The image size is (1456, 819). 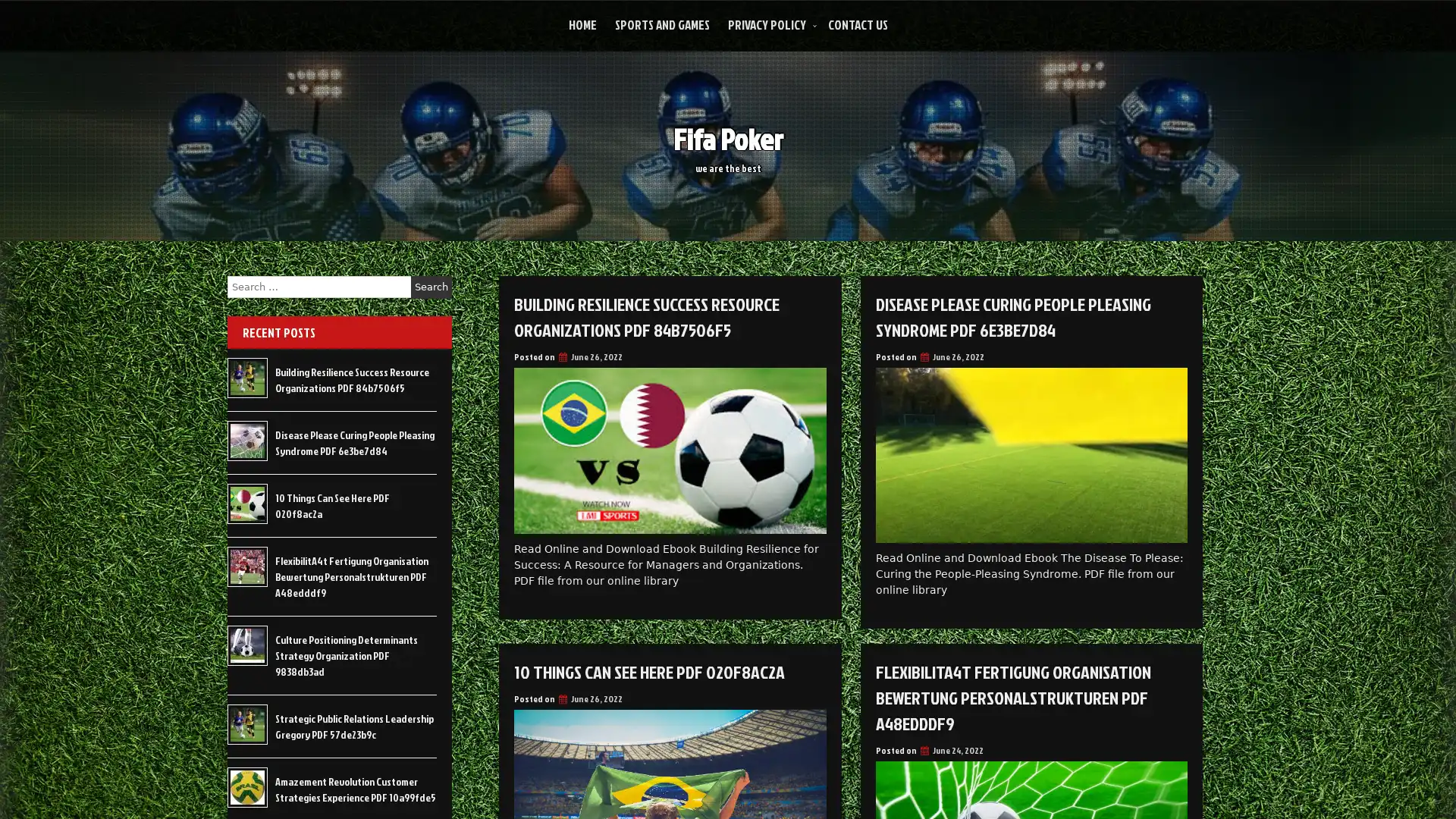 I want to click on Search, so click(x=431, y=287).